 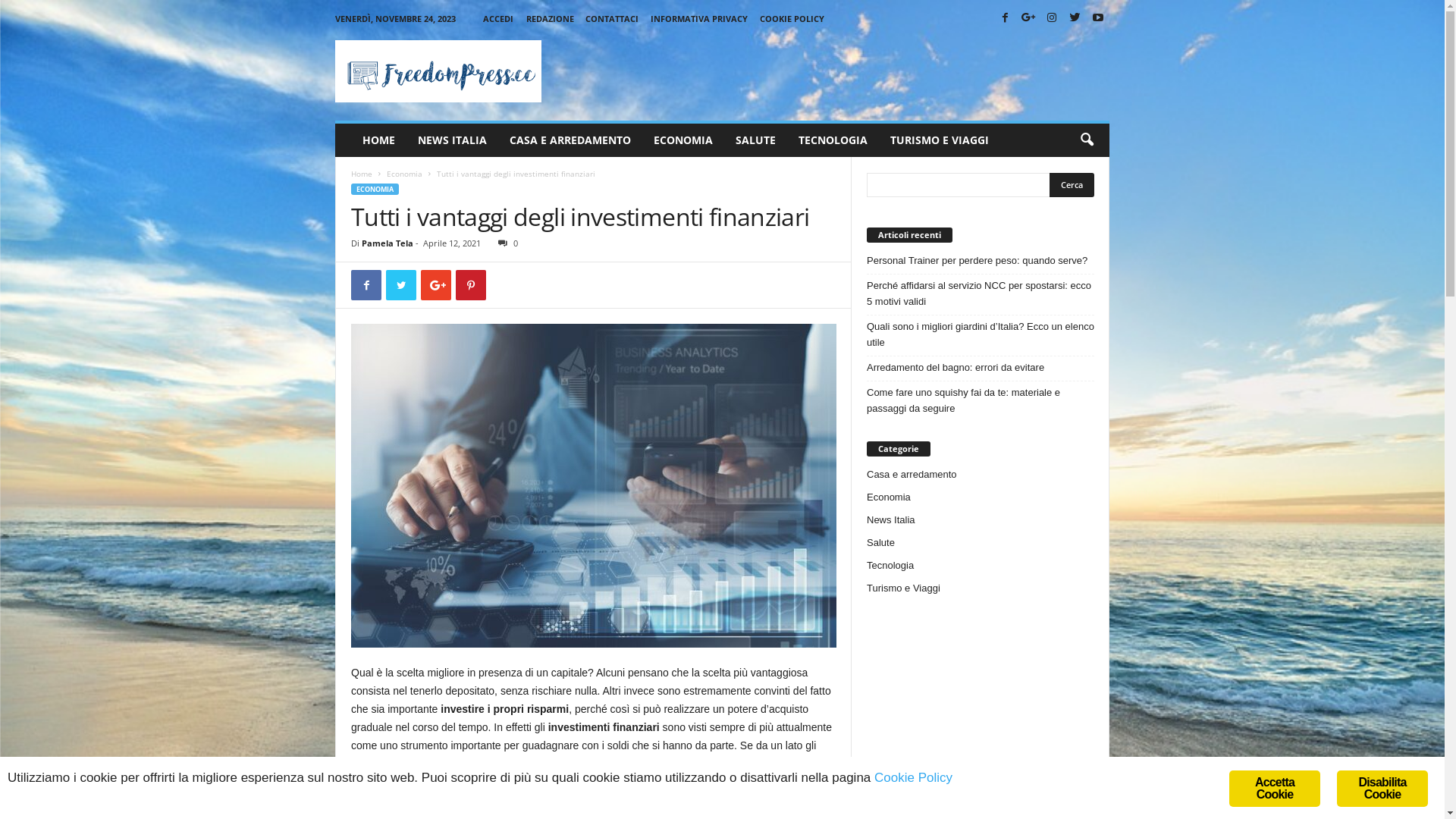 I want to click on '0', so click(x=505, y=242).